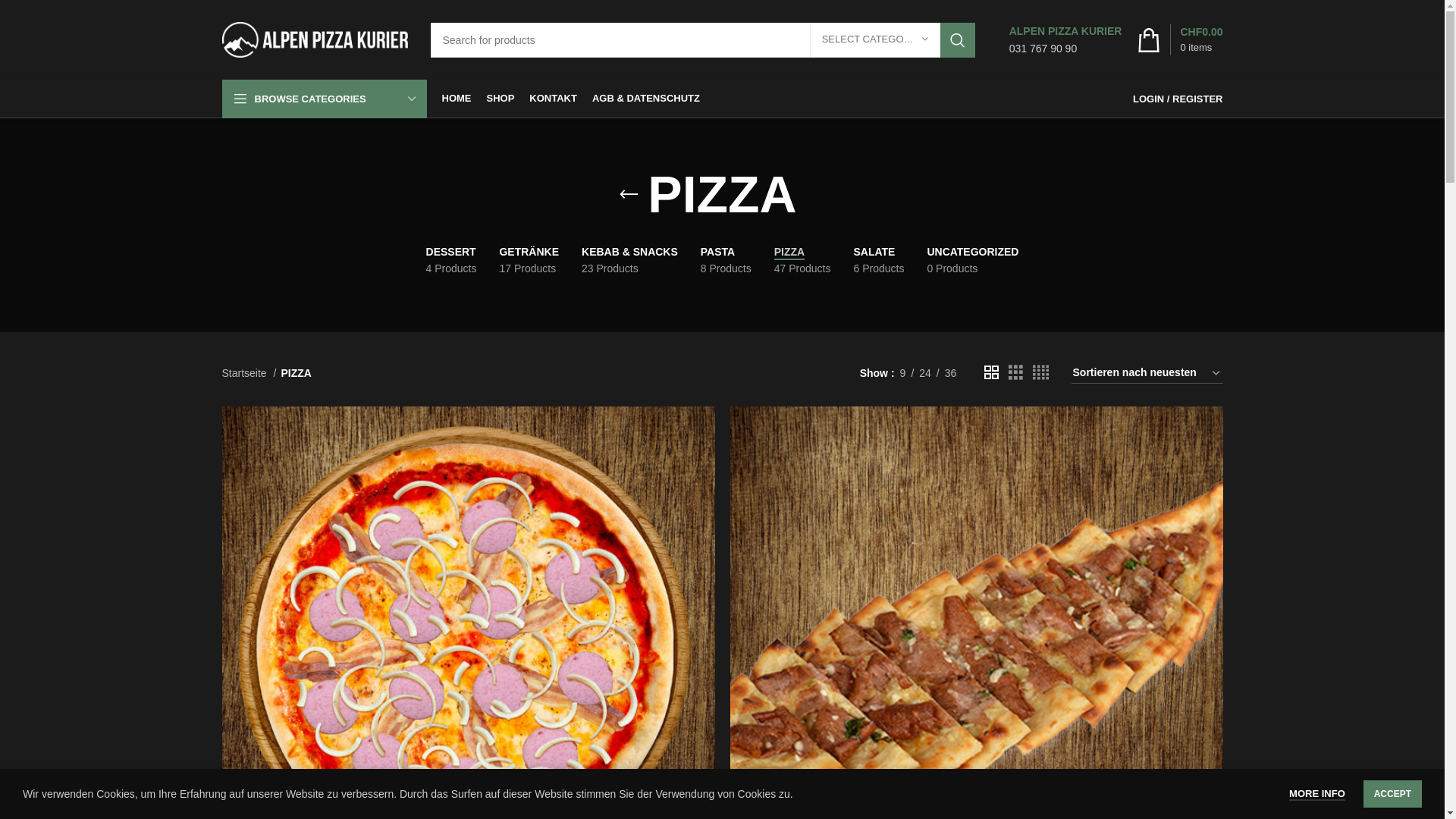 This screenshot has height=819, width=1456. Describe the element at coordinates (1178, 39) in the screenshot. I see `'0 items` at that location.